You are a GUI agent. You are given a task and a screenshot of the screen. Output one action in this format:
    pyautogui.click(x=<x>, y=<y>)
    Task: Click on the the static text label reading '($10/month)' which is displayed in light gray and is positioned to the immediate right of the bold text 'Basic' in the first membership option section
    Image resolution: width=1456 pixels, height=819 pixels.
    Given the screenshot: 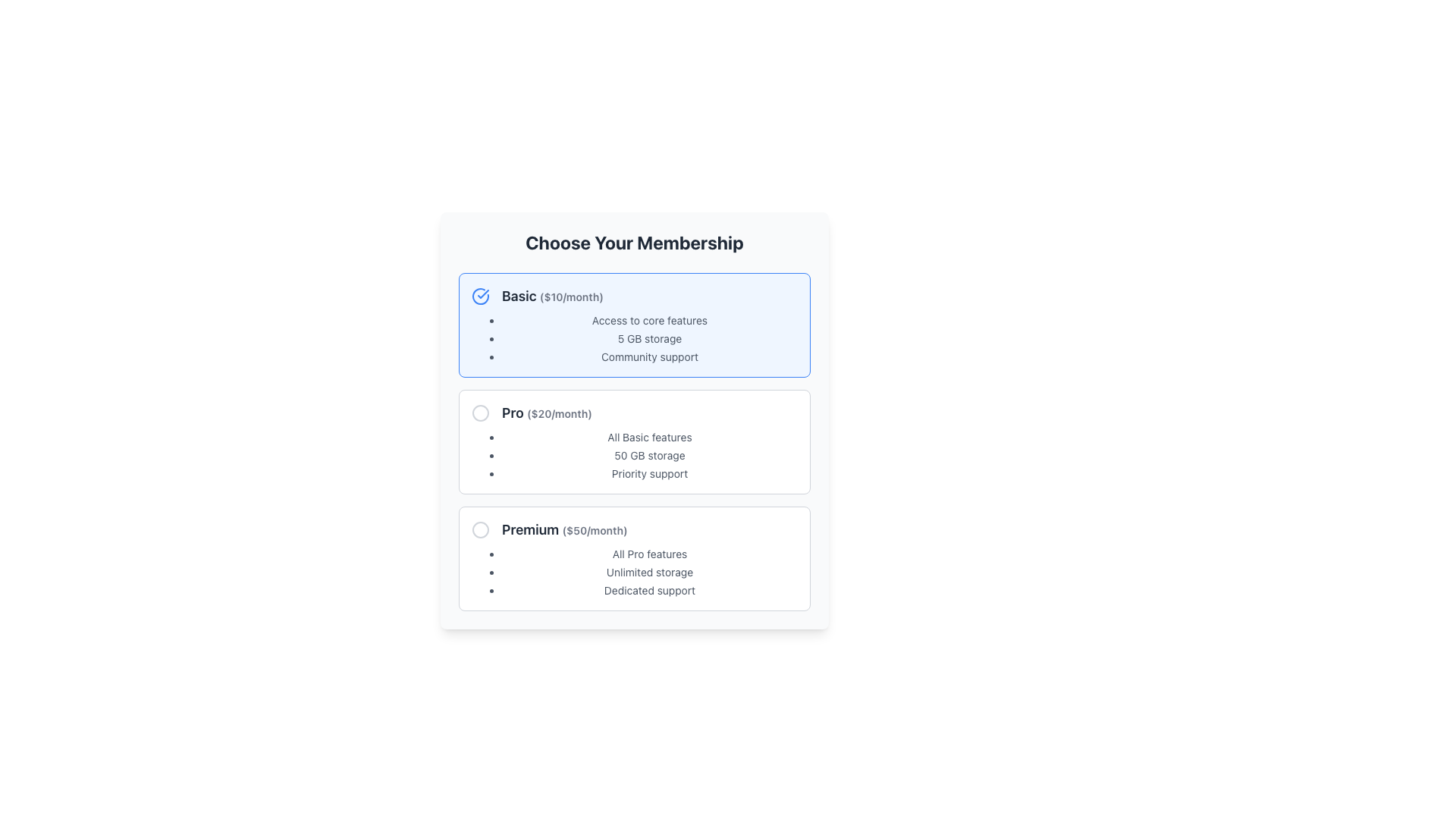 What is the action you would take?
    pyautogui.click(x=570, y=297)
    